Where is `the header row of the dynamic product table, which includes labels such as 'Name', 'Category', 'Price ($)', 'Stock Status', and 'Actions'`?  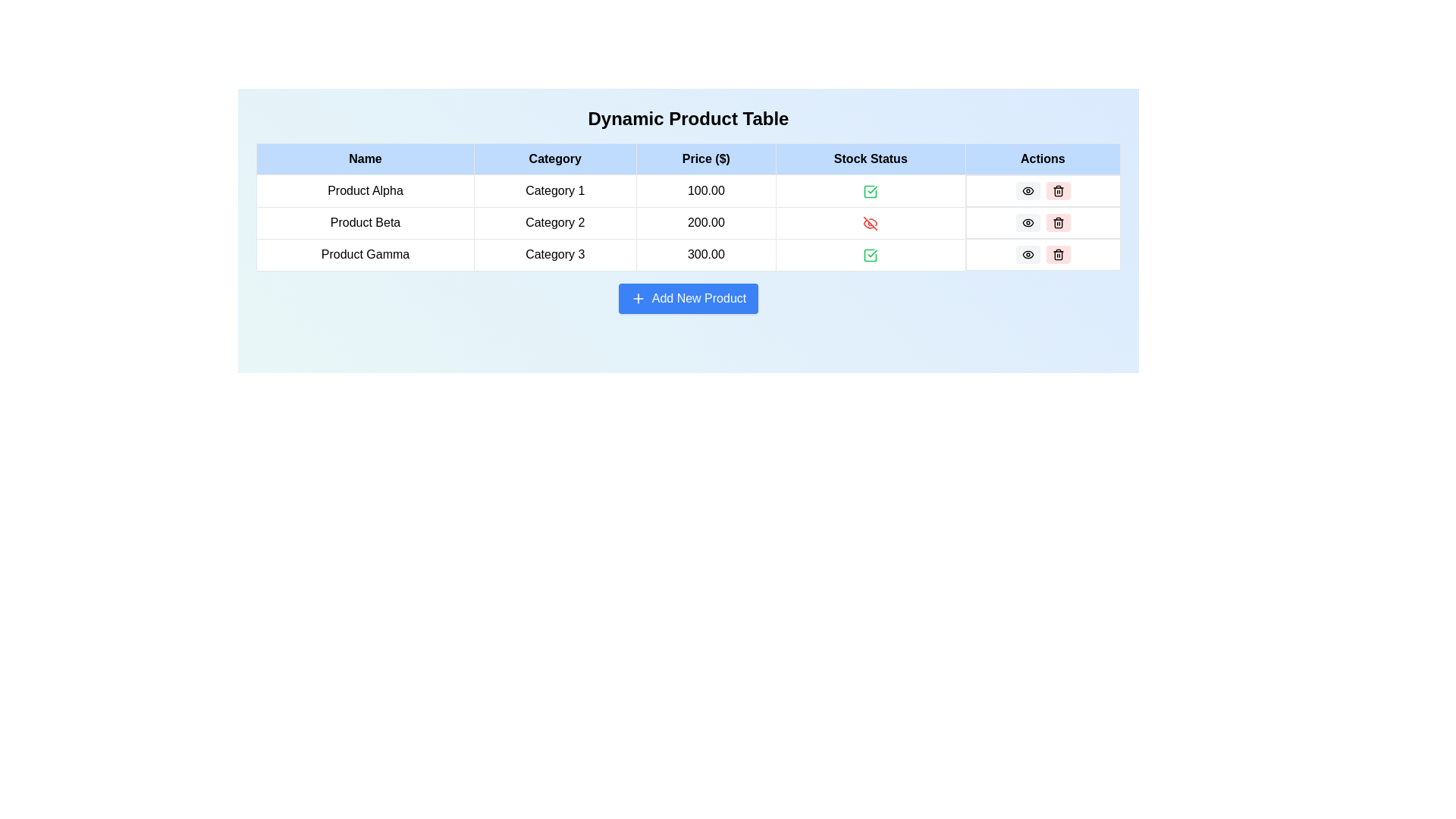 the header row of the dynamic product table, which includes labels such as 'Name', 'Category', 'Price ($)', 'Stock Status', and 'Actions' is located at coordinates (687, 158).